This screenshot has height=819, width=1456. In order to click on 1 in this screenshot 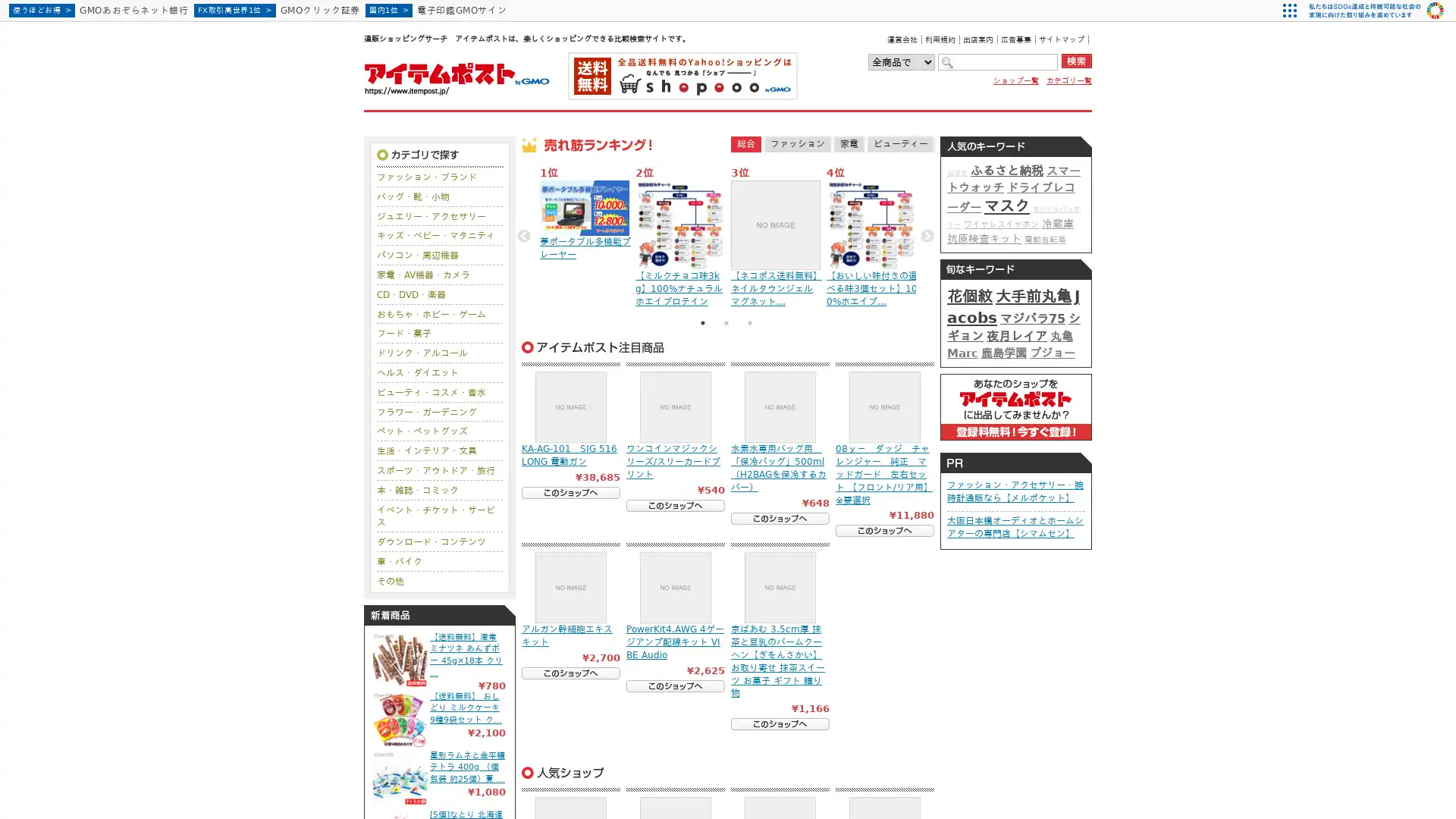, I will do `click(701, 322)`.